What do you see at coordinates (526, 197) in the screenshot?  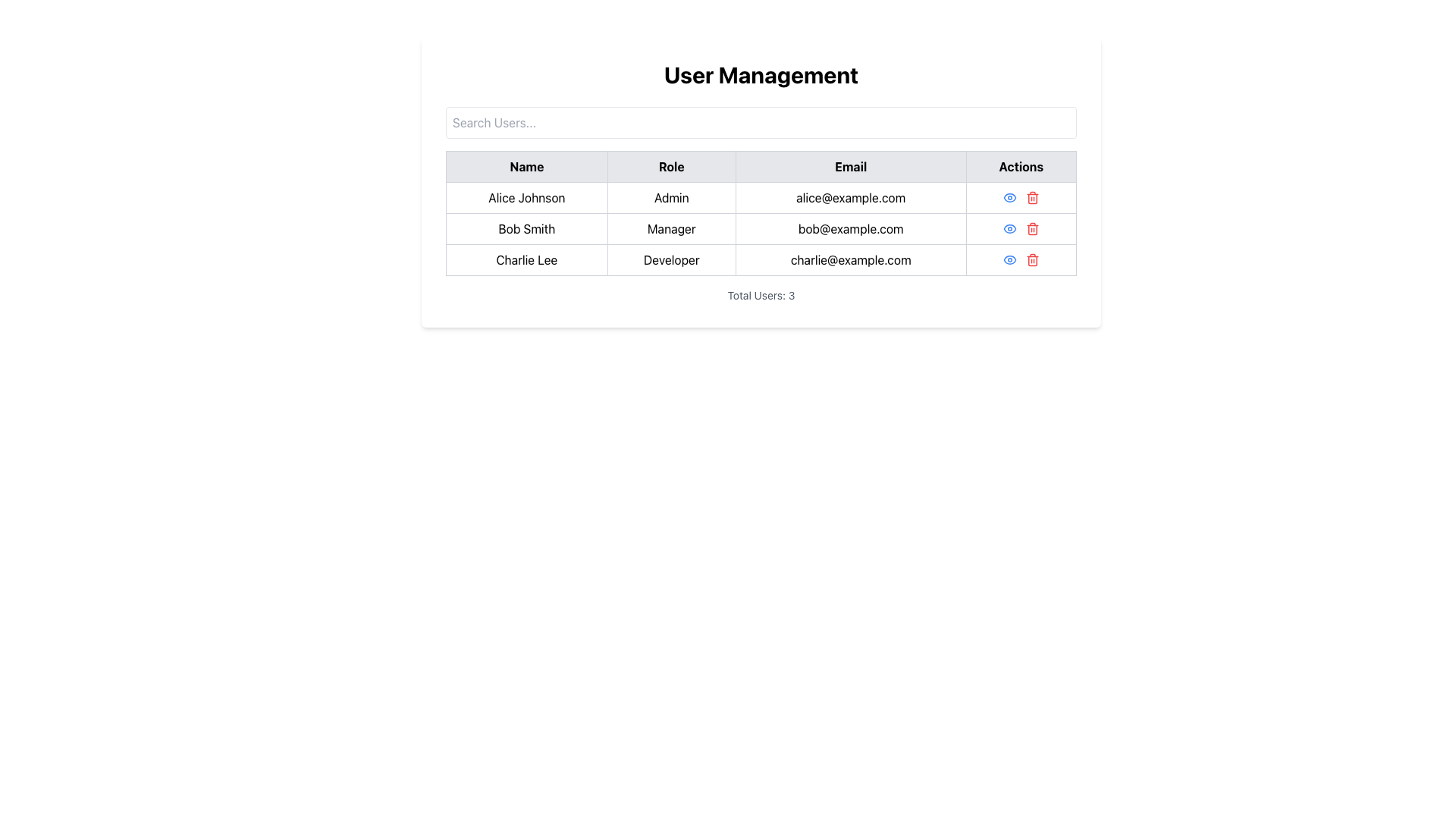 I see `the text label displaying 'Alice Johnson' in the first row and first column of the table under the 'Name' column header` at bounding box center [526, 197].